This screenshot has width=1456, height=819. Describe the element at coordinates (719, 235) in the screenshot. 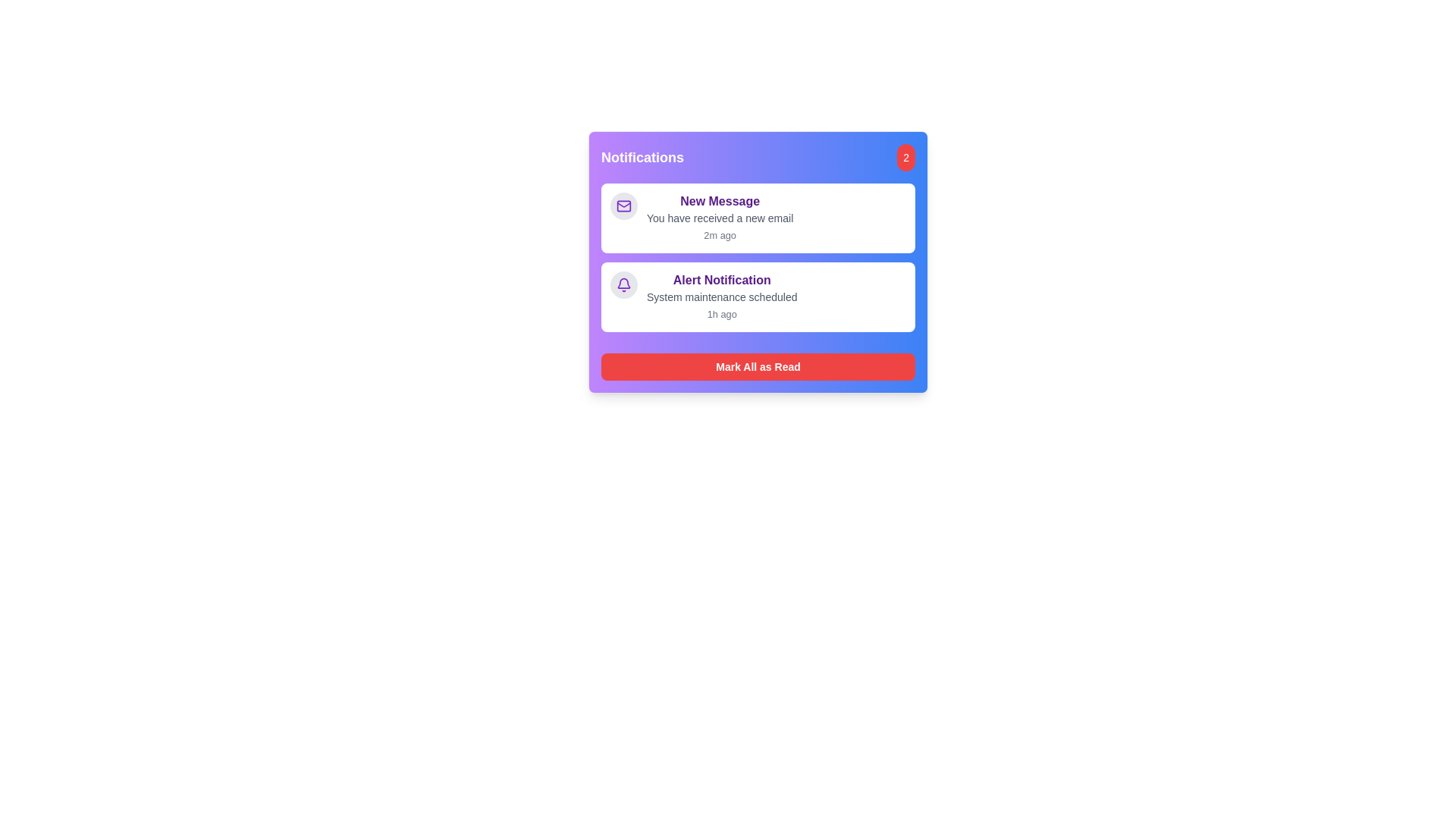

I see `the text label that displays the relative time when the notification was received, positioned at the bottom-right corner of the notification card` at that location.